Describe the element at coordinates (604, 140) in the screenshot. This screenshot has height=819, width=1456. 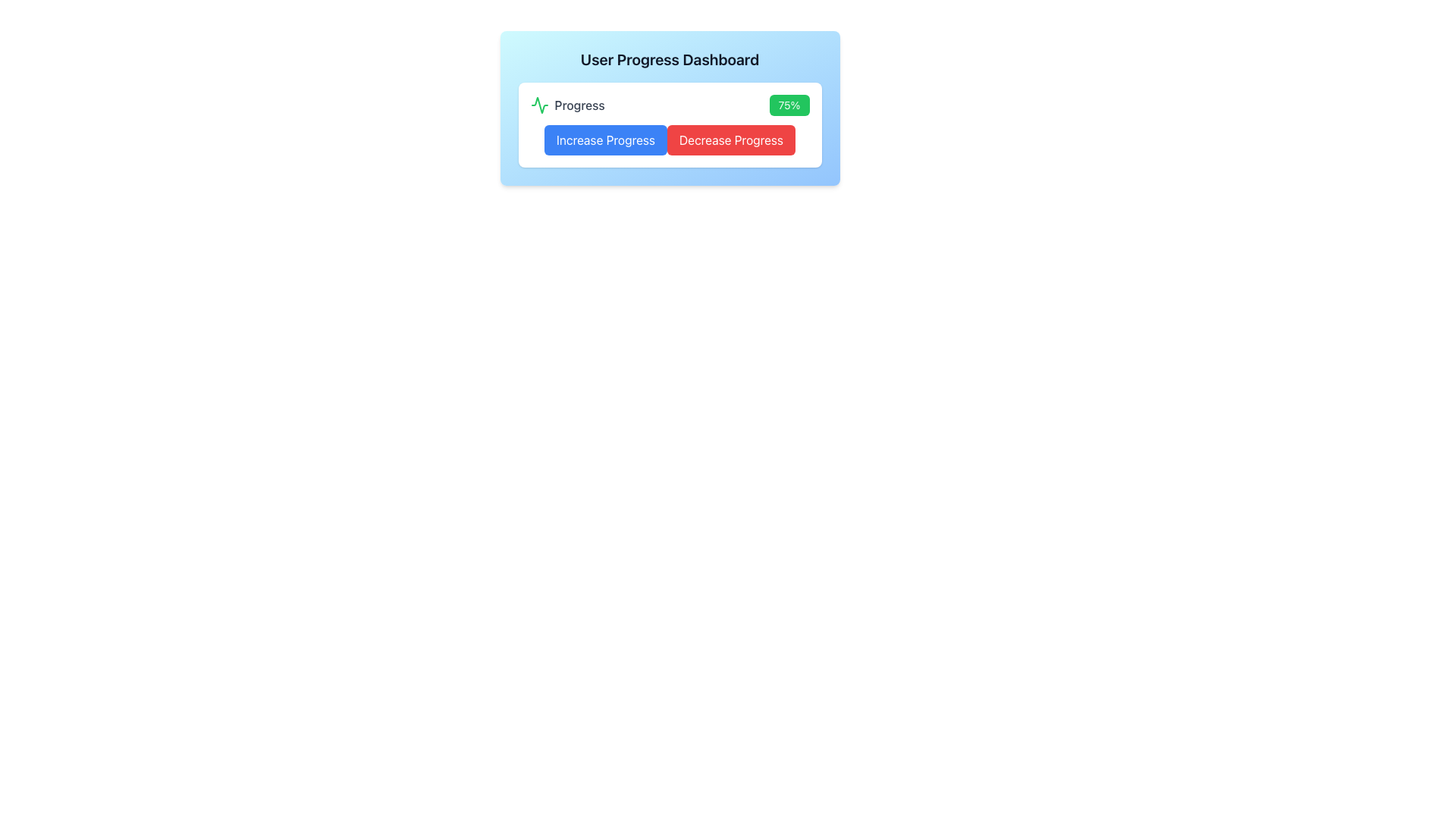
I see `the 'Increase Progress' button, which is a rounded rectangular button with a blue background and white text, located` at that location.